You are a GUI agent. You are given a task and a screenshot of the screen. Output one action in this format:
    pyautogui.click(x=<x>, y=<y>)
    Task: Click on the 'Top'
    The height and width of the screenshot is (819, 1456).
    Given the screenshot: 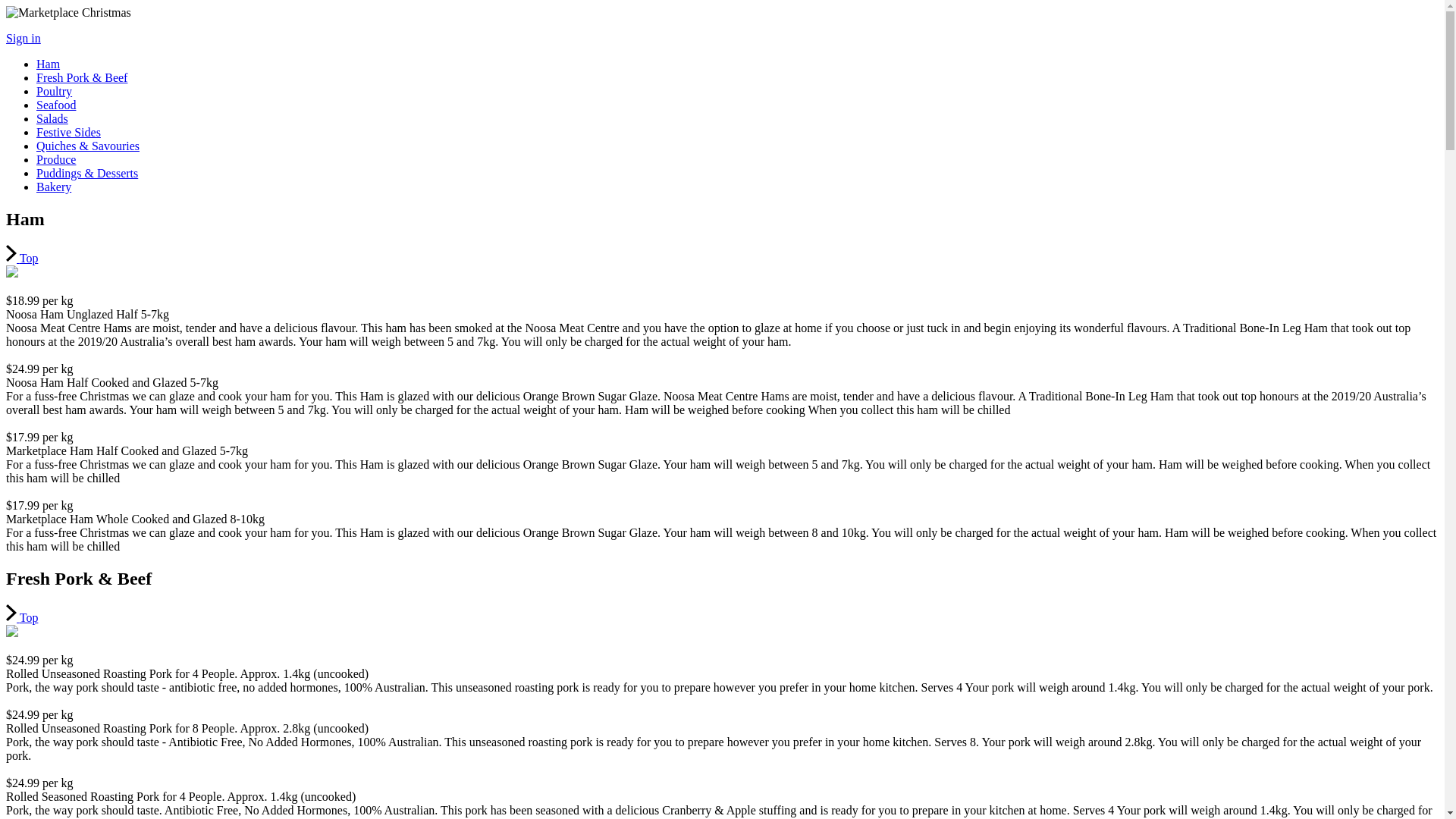 What is the action you would take?
    pyautogui.click(x=21, y=617)
    